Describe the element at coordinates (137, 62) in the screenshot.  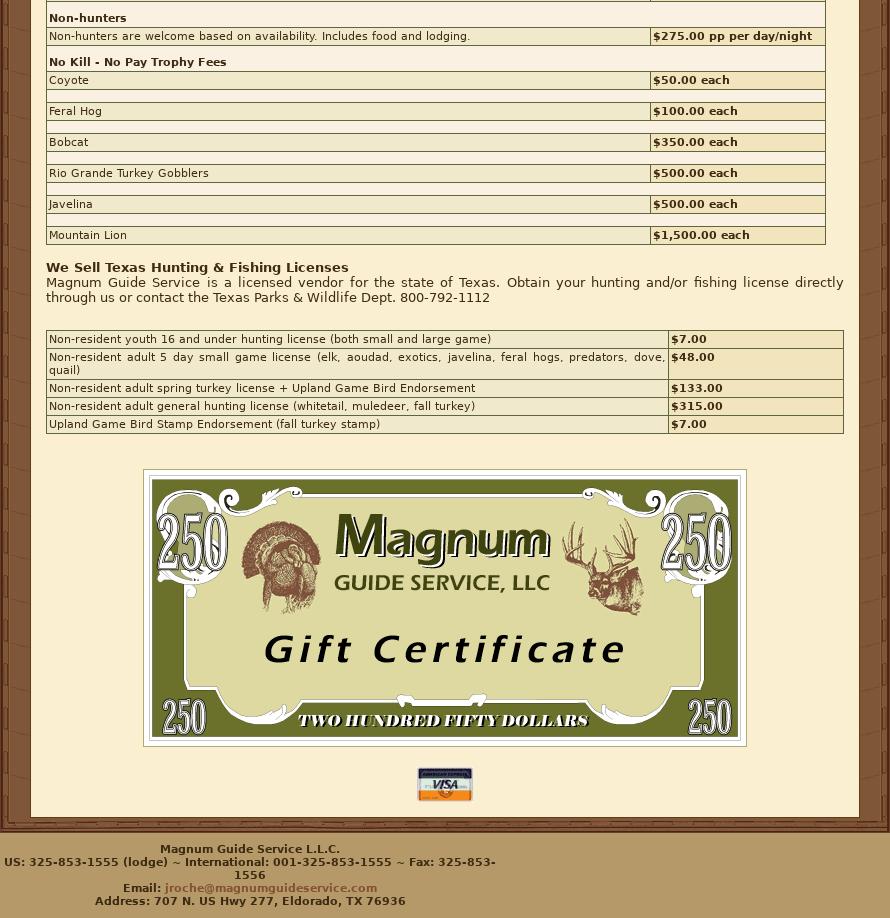
I see `'No Kill - No Pay Trophy Fees'` at that location.